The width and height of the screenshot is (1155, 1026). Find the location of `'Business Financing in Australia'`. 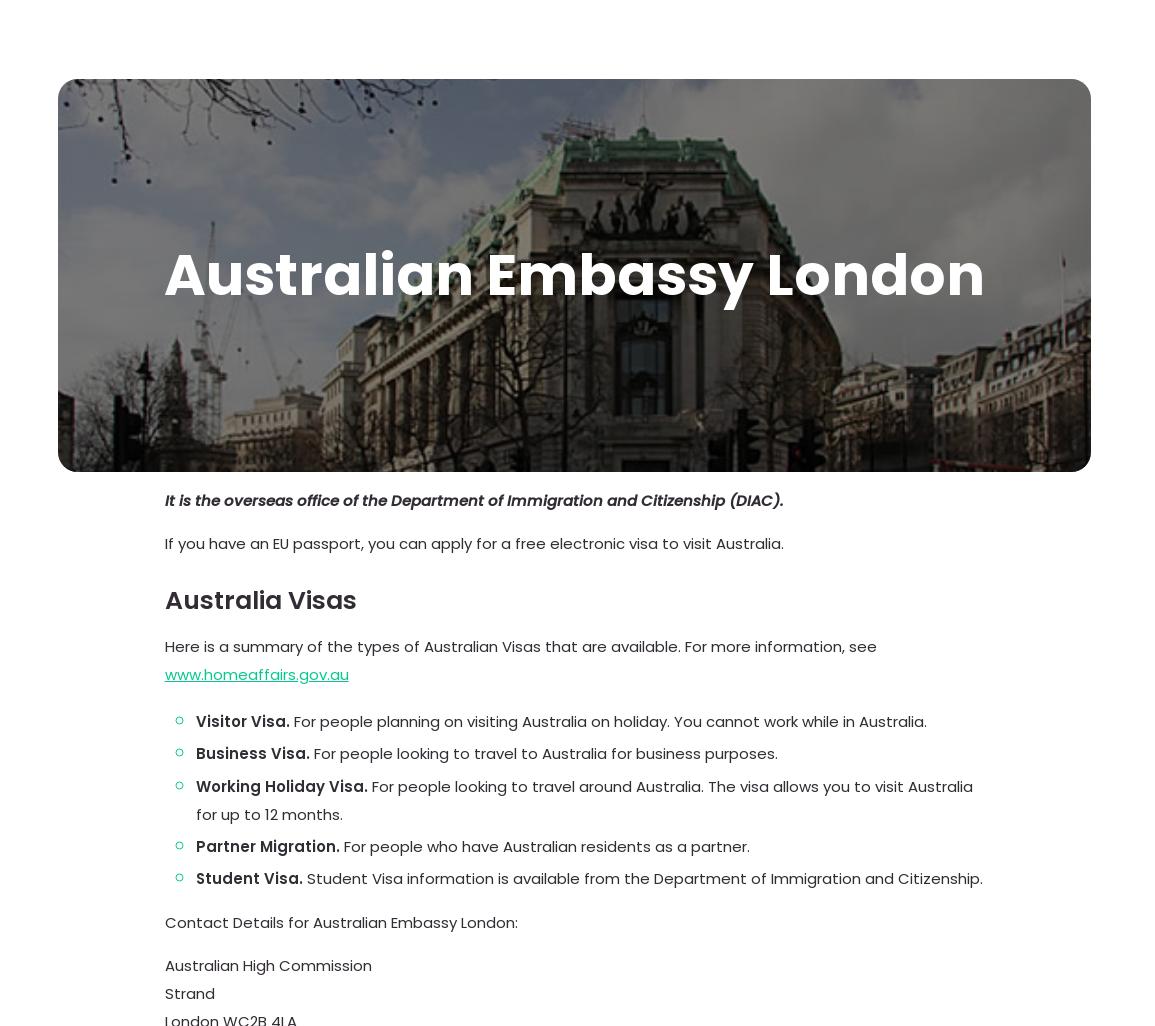

'Business Financing in Australia' is located at coordinates (833, 621).